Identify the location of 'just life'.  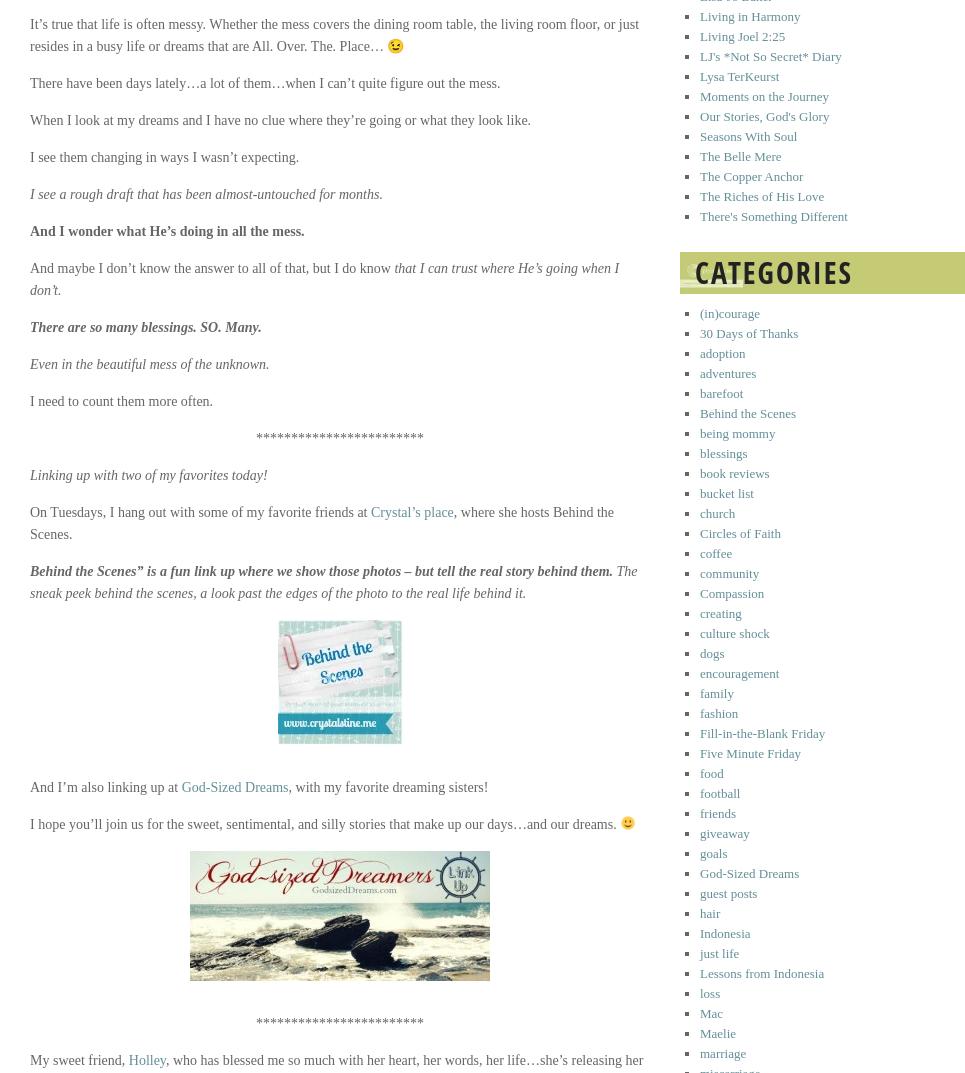
(699, 953).